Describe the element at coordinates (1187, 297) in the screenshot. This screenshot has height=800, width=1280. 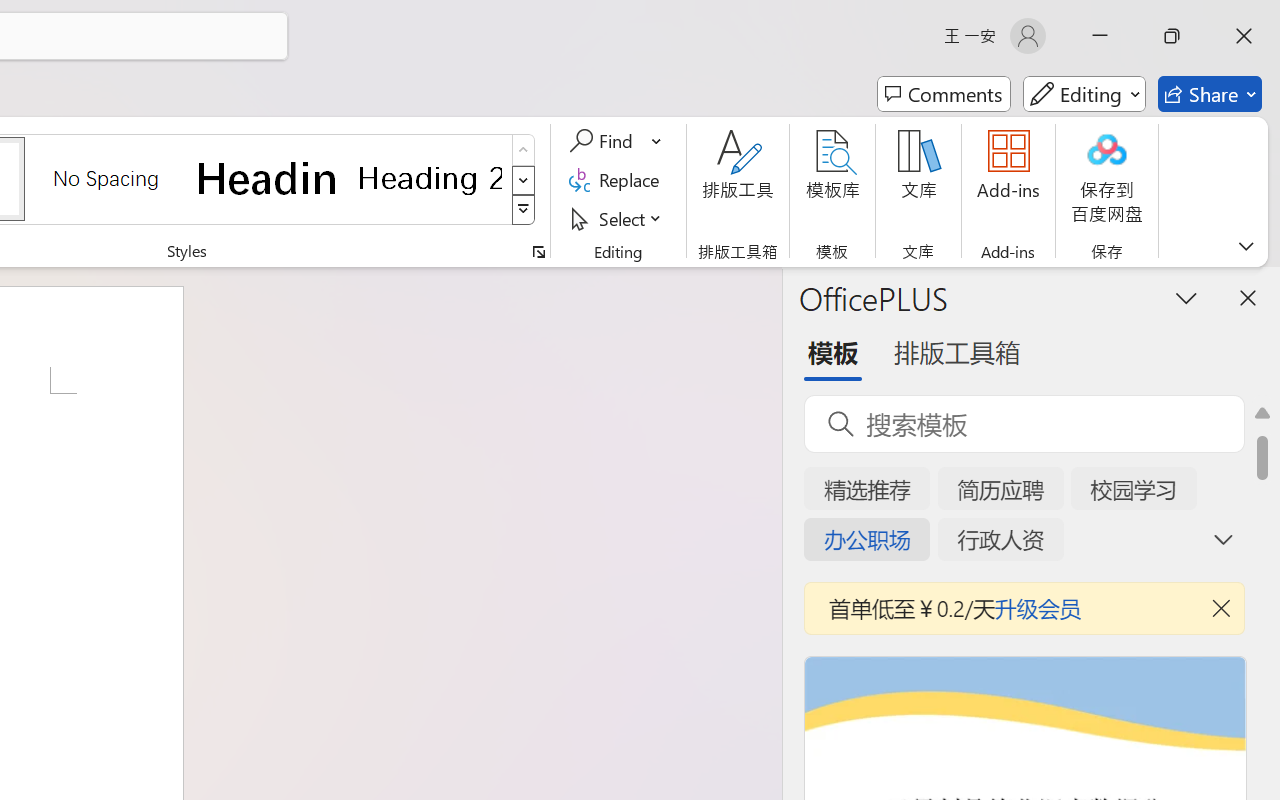
I see `'Task Pane Options'` at that location.